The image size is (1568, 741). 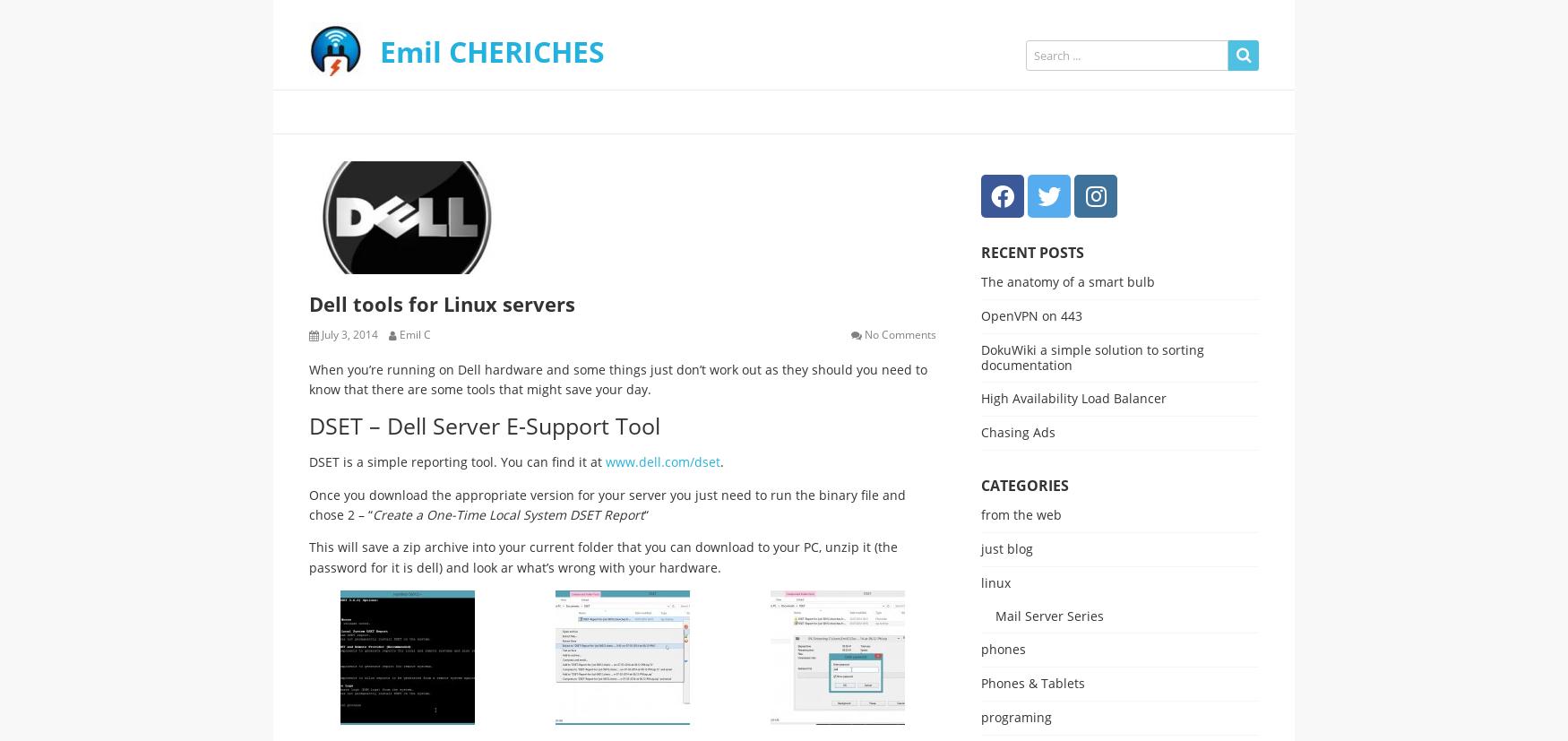 I want to click on 'DSET is a simple reporting tool. You can find it at', so click(x=456, y=461).